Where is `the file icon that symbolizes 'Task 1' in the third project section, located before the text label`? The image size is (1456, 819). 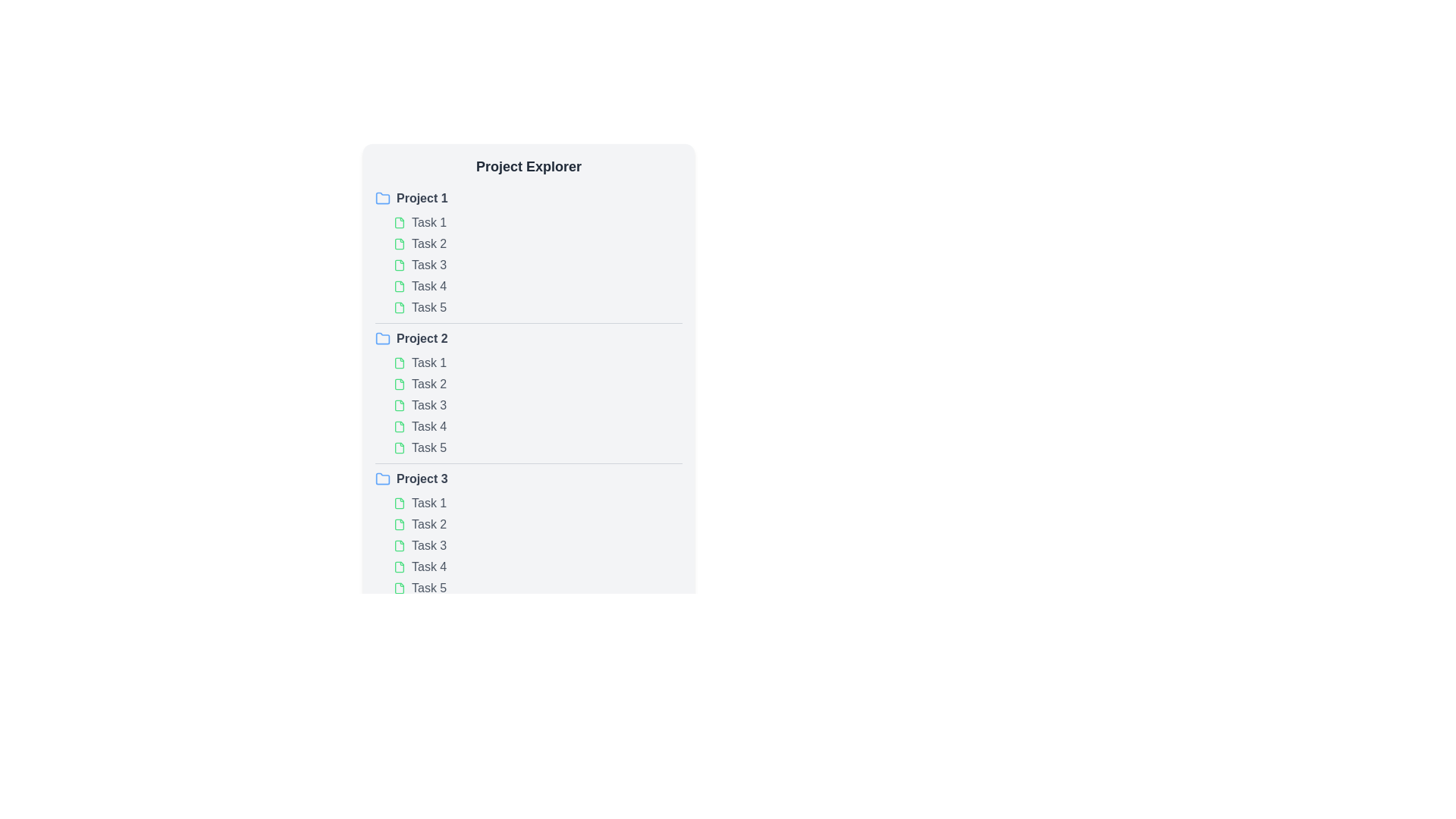
the file icon that symbolizes 'Task 1' in the third project section, located before the text label is located at coordinates (400, 503).